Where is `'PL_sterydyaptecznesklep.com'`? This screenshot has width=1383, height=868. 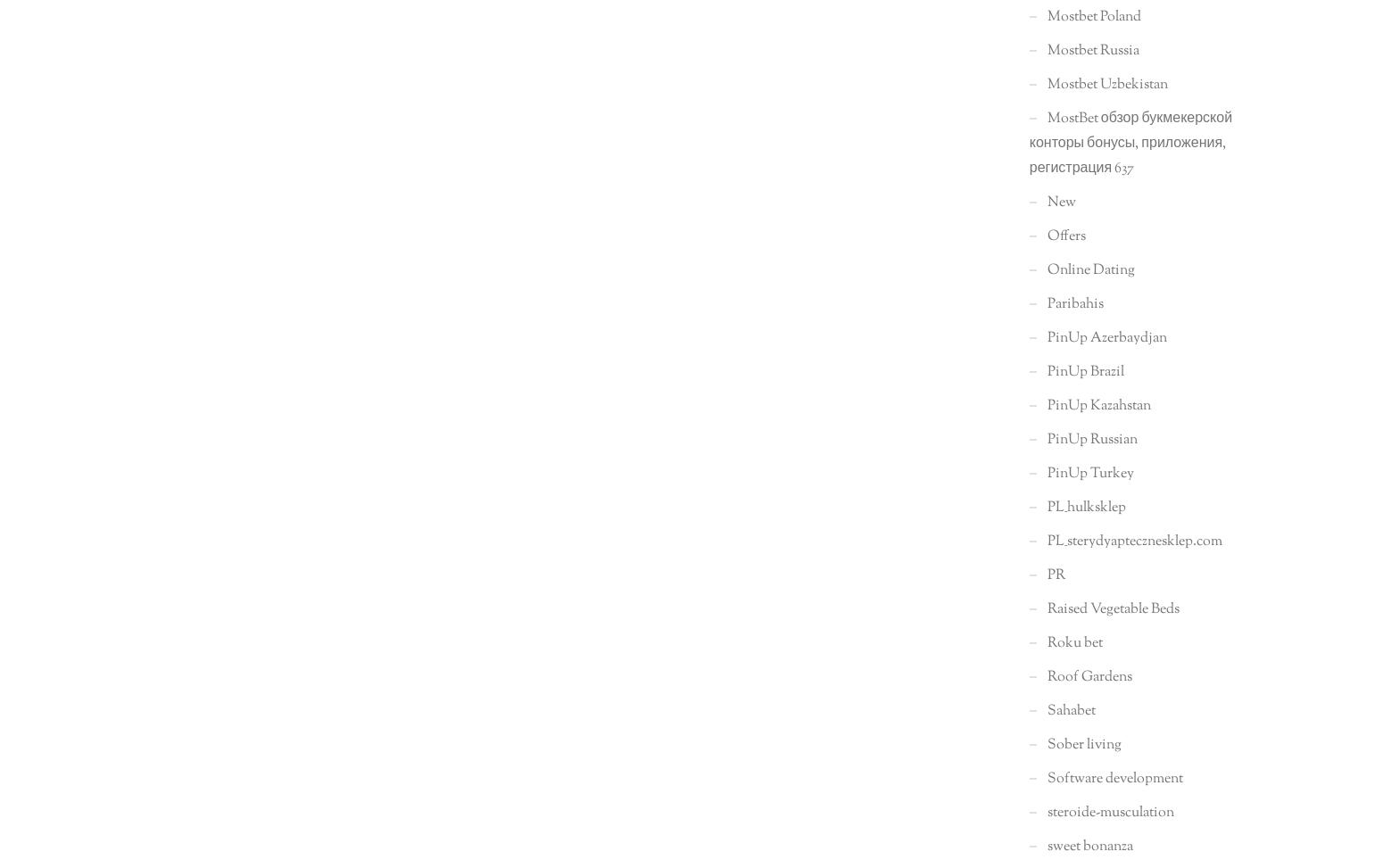
'PL_sterydyaptecznesklep.com' is located at coordinates (1133, 541).